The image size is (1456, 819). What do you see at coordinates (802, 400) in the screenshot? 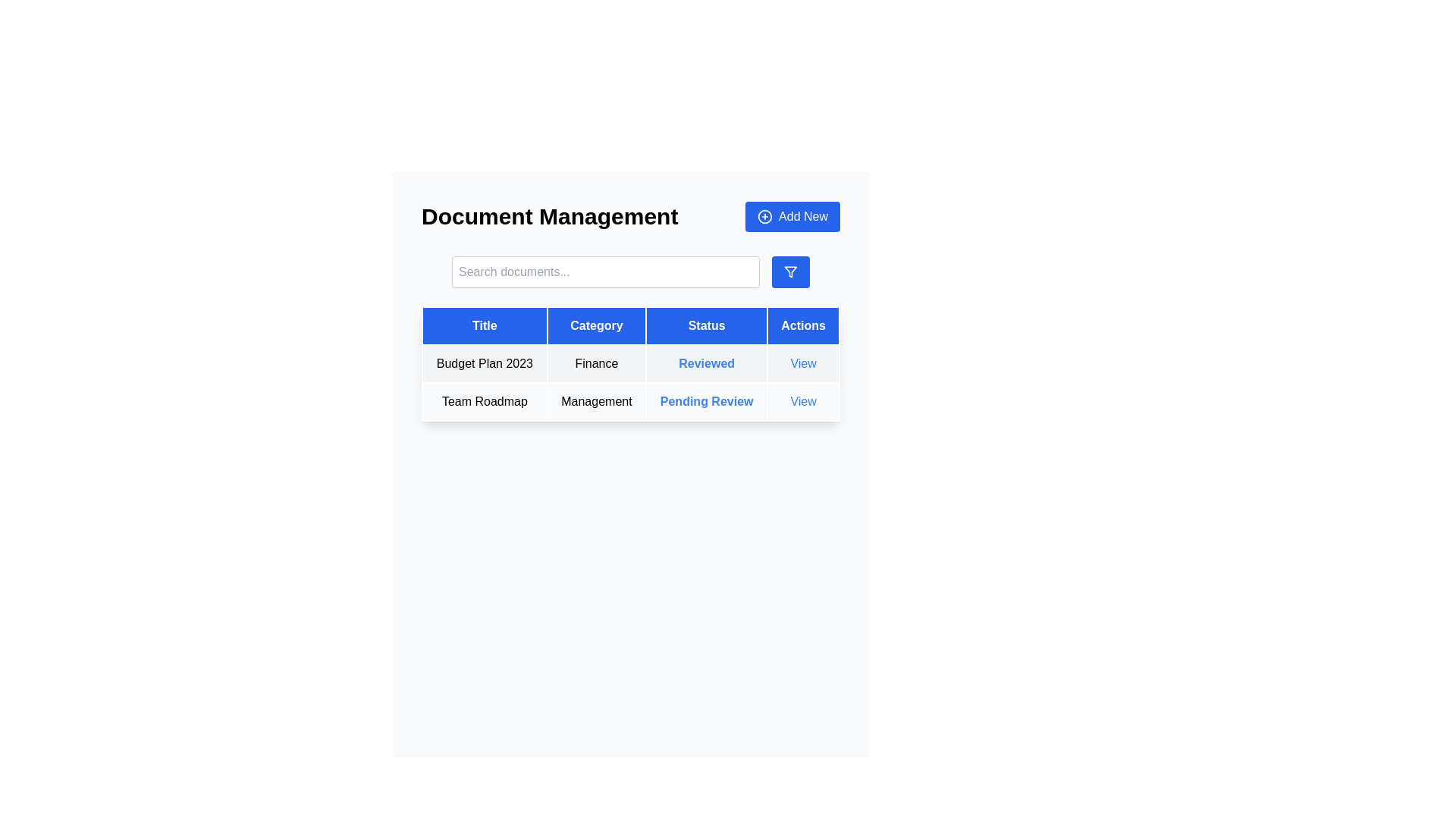
I see `the second 'View' link in the 'Actions' column of the table` at bounding box center [802, 400].